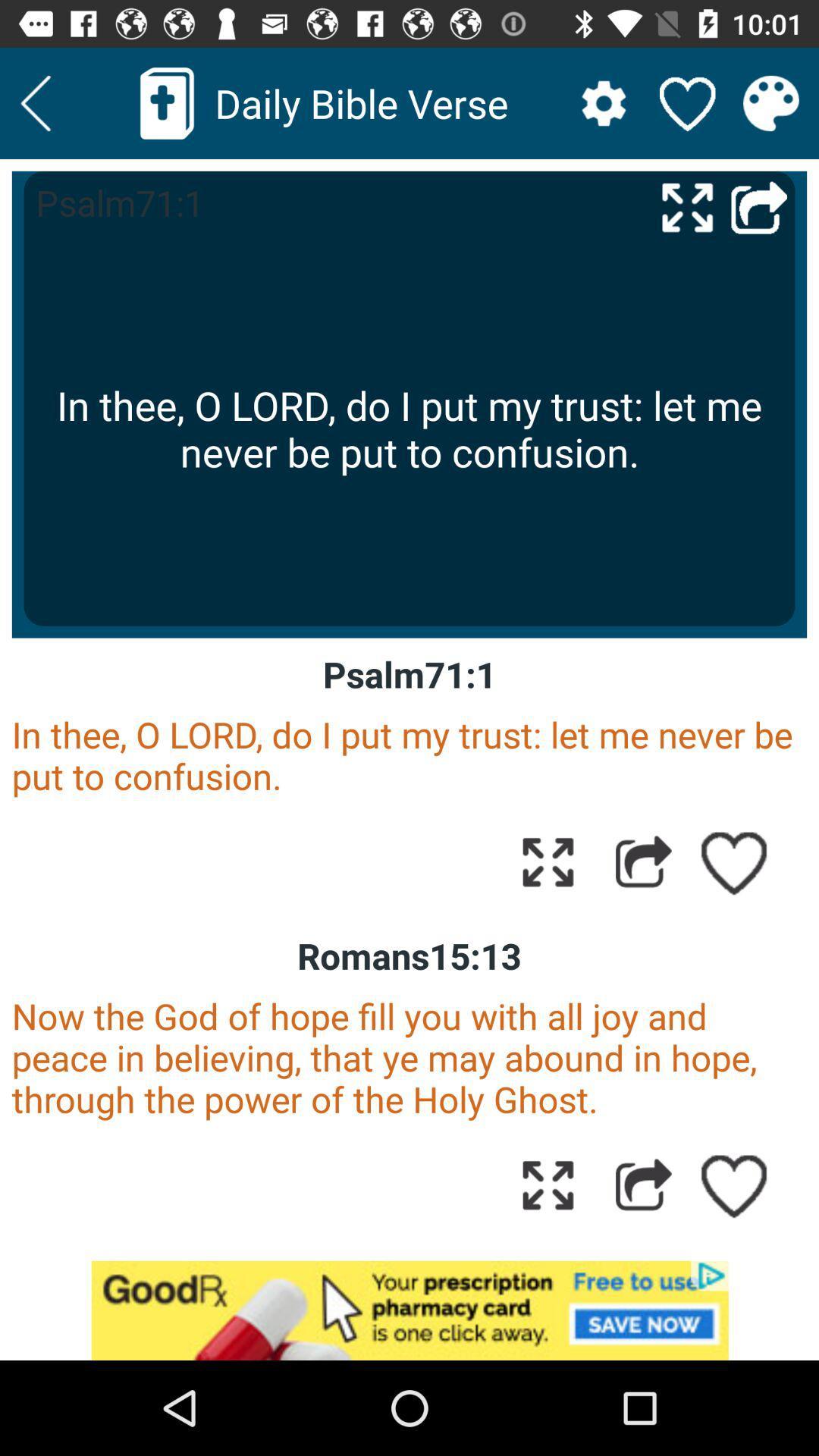  Describe the element at coordinates (548, 1184) in the screenshot. I see `rotate button` at that location.